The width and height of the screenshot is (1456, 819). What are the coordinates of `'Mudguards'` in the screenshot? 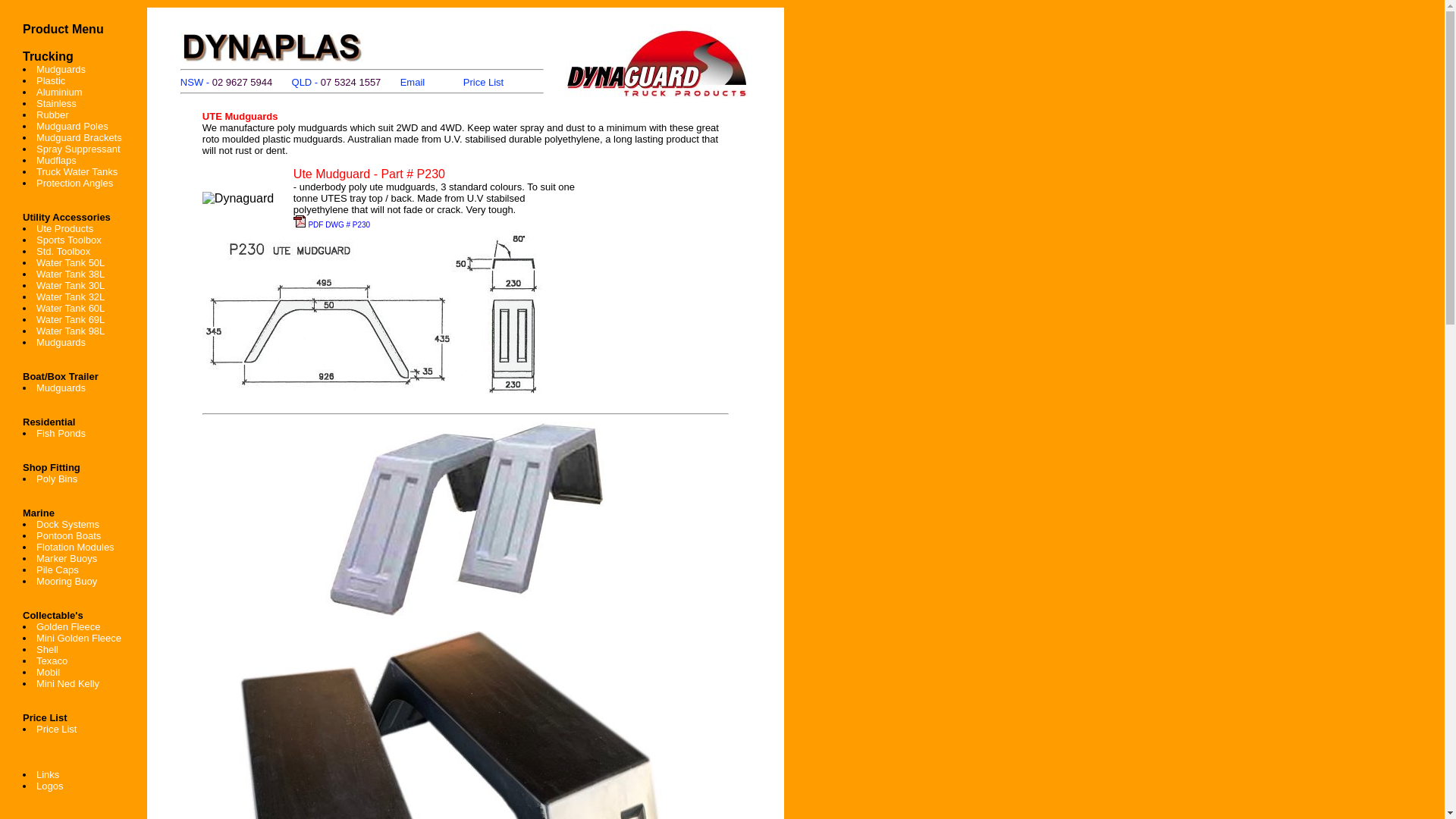 It's located at (61, 69).